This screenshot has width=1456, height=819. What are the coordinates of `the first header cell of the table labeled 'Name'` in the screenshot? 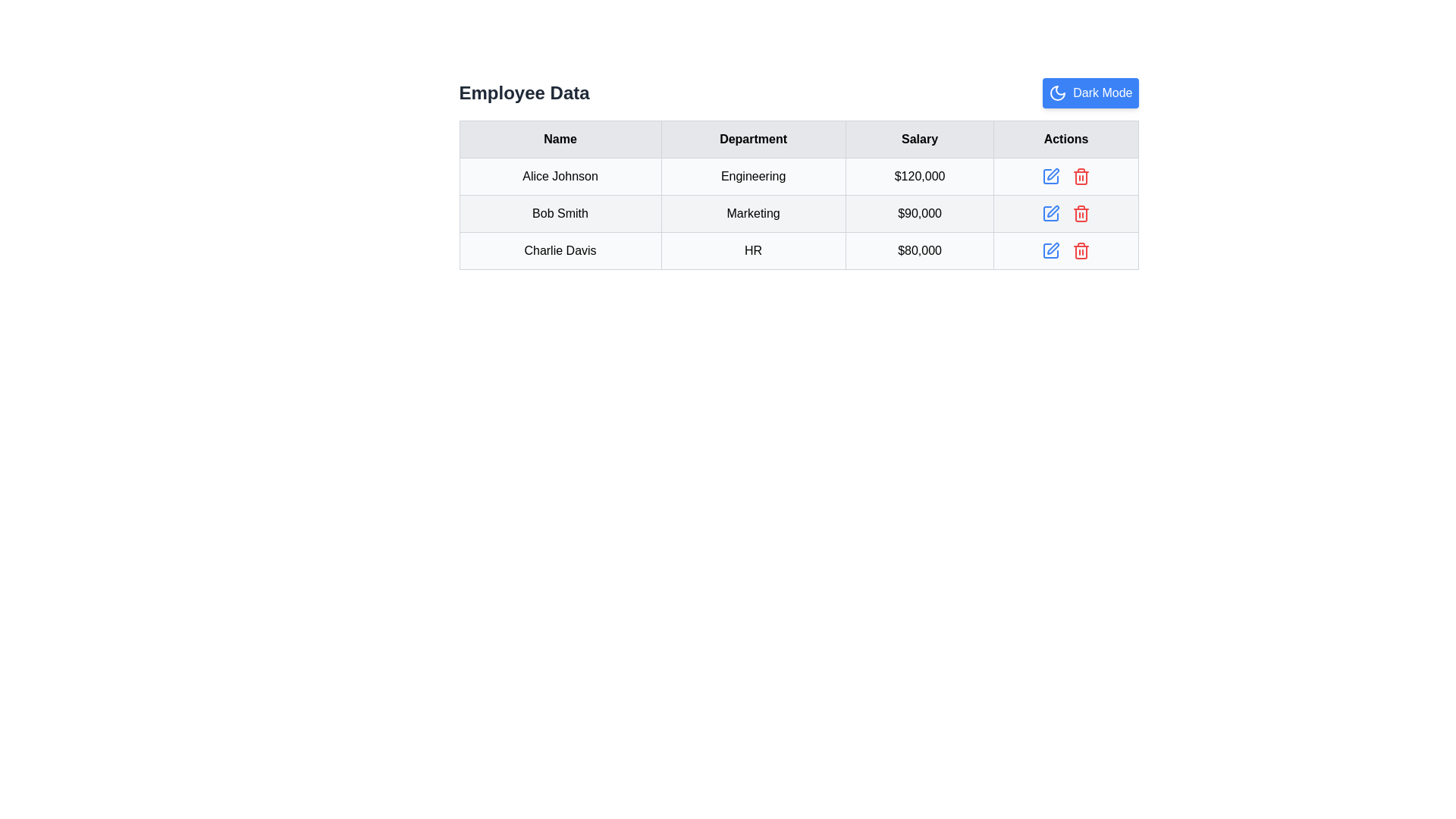 It's located at (560, 140).